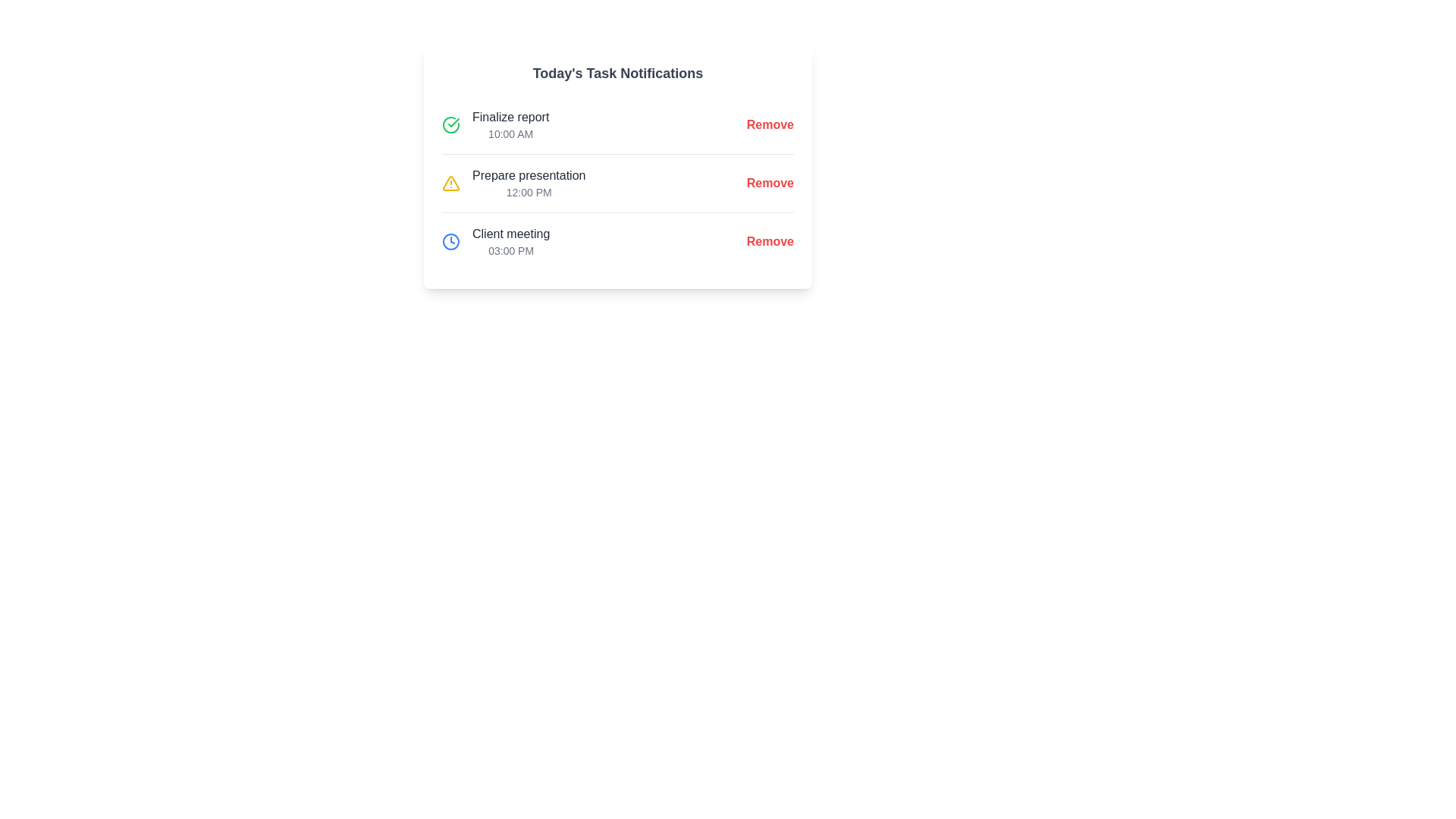 Image resolution: width=1456 pixels, height=819 pixels. Describe the element at coordinates (511, 241) in the screenshot. I see `the text display element that shows 'Client meeting' and '03:00 PM', located in the third row of the task notifications list` at that location.